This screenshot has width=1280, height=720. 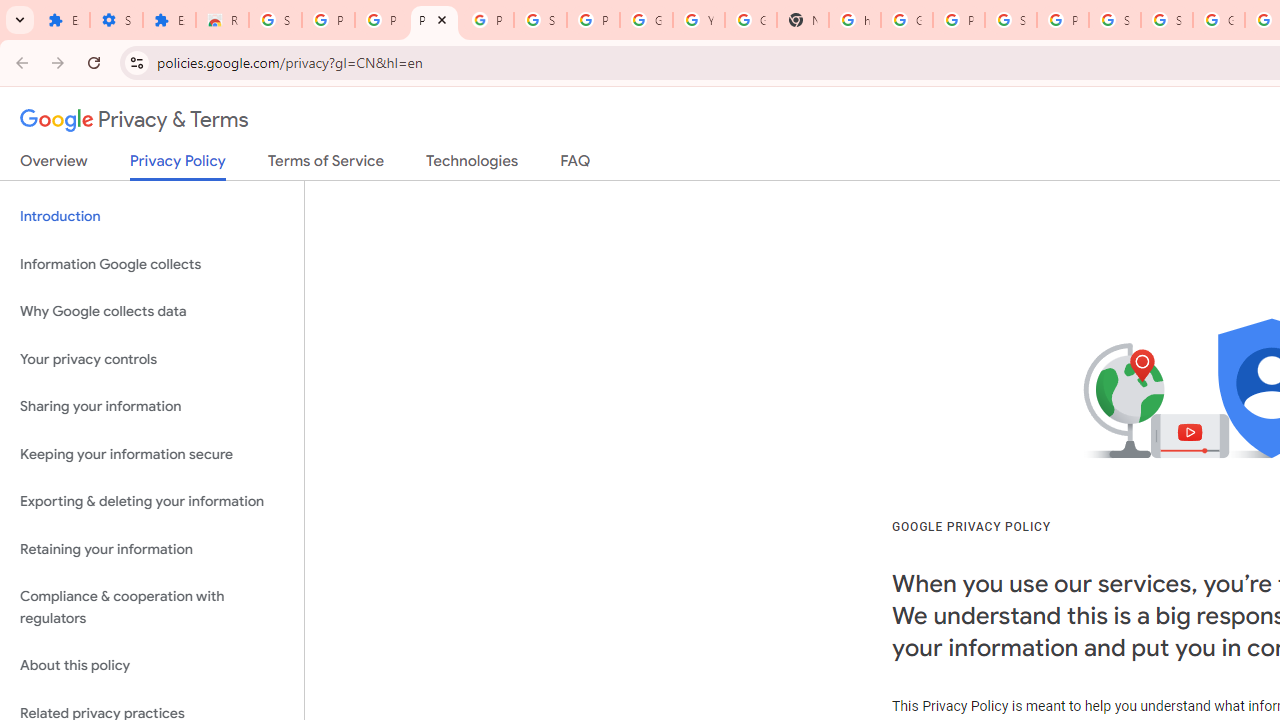 I want to click on 'Sign in - Google Accounts', so click(x=1166, y=20).